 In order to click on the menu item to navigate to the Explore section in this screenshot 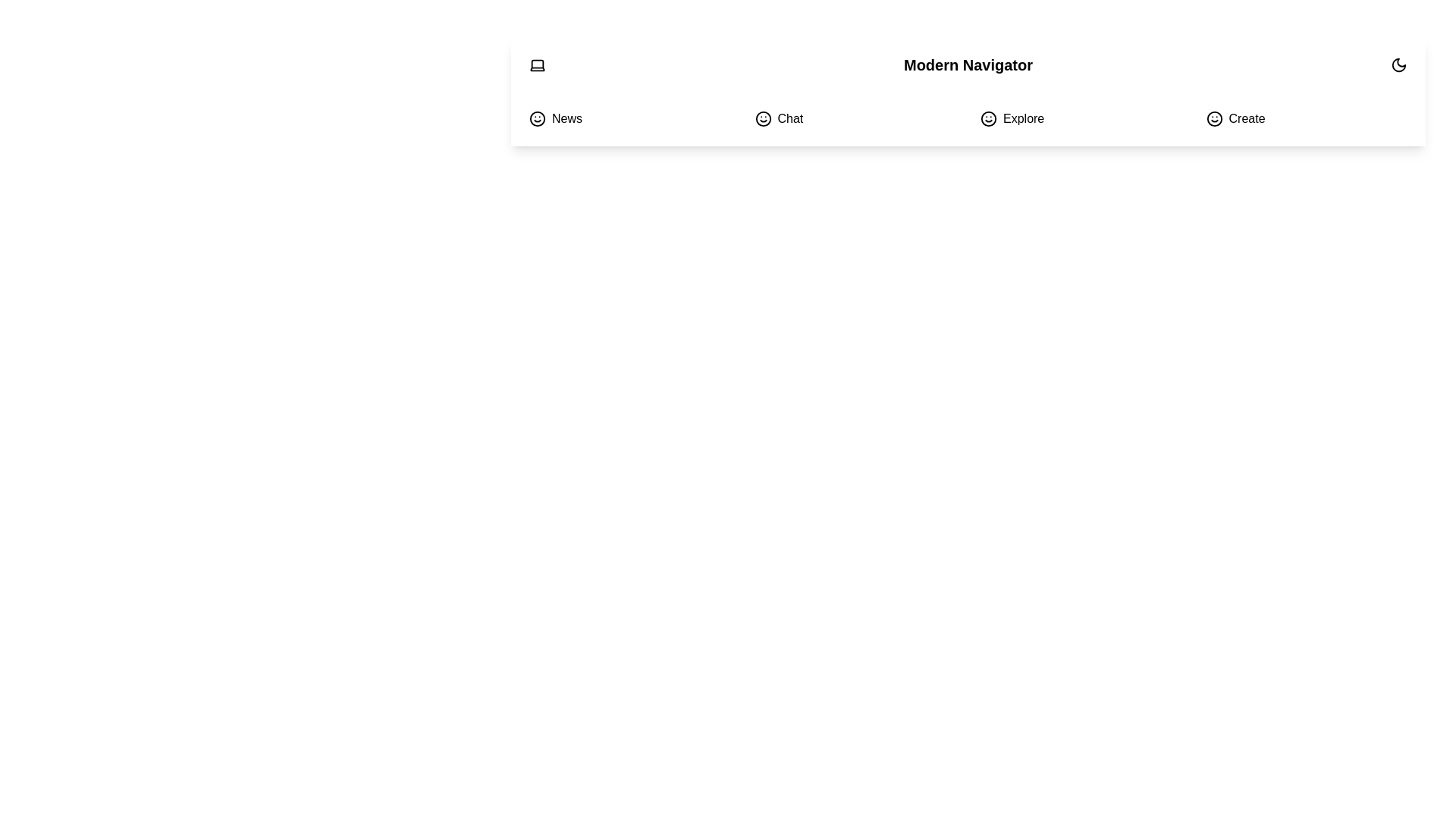, I will do `click(1080, 118)`.